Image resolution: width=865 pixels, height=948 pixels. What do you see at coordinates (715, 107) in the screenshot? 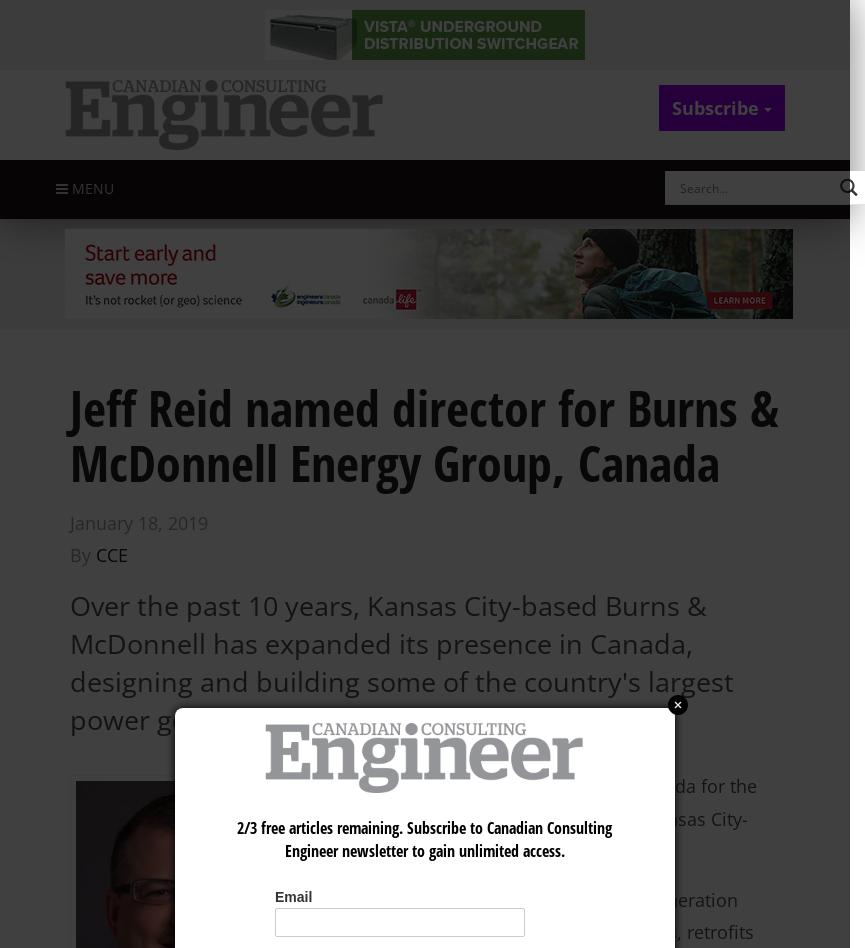
I see `'Subscribe'` at bounding box center [715, 107].